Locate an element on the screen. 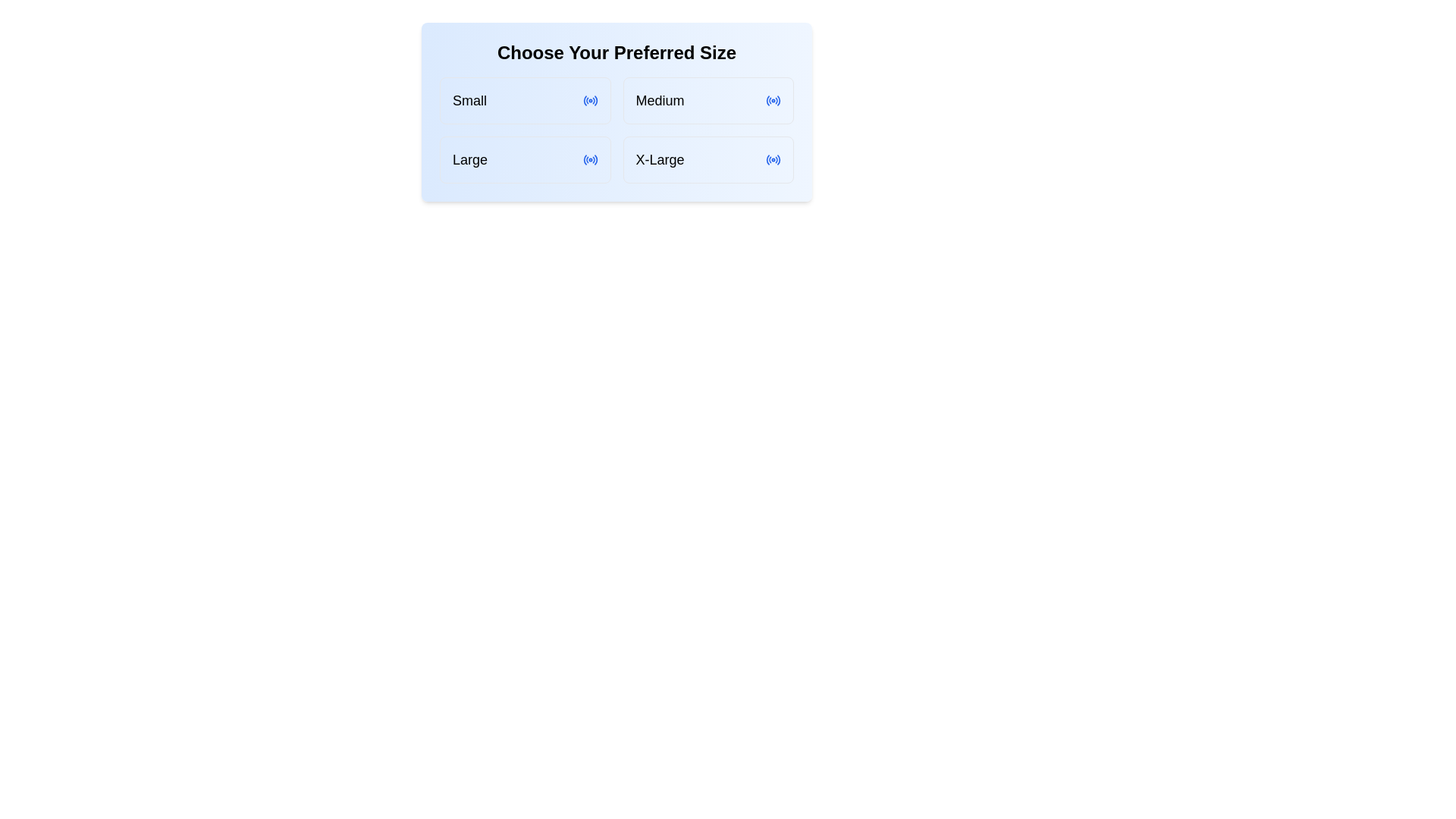 Image resolution: width=1456 pixels, height=819 pixels. the size option within the Grid layout containing selectable buttons is located at coordinates (617, 111).